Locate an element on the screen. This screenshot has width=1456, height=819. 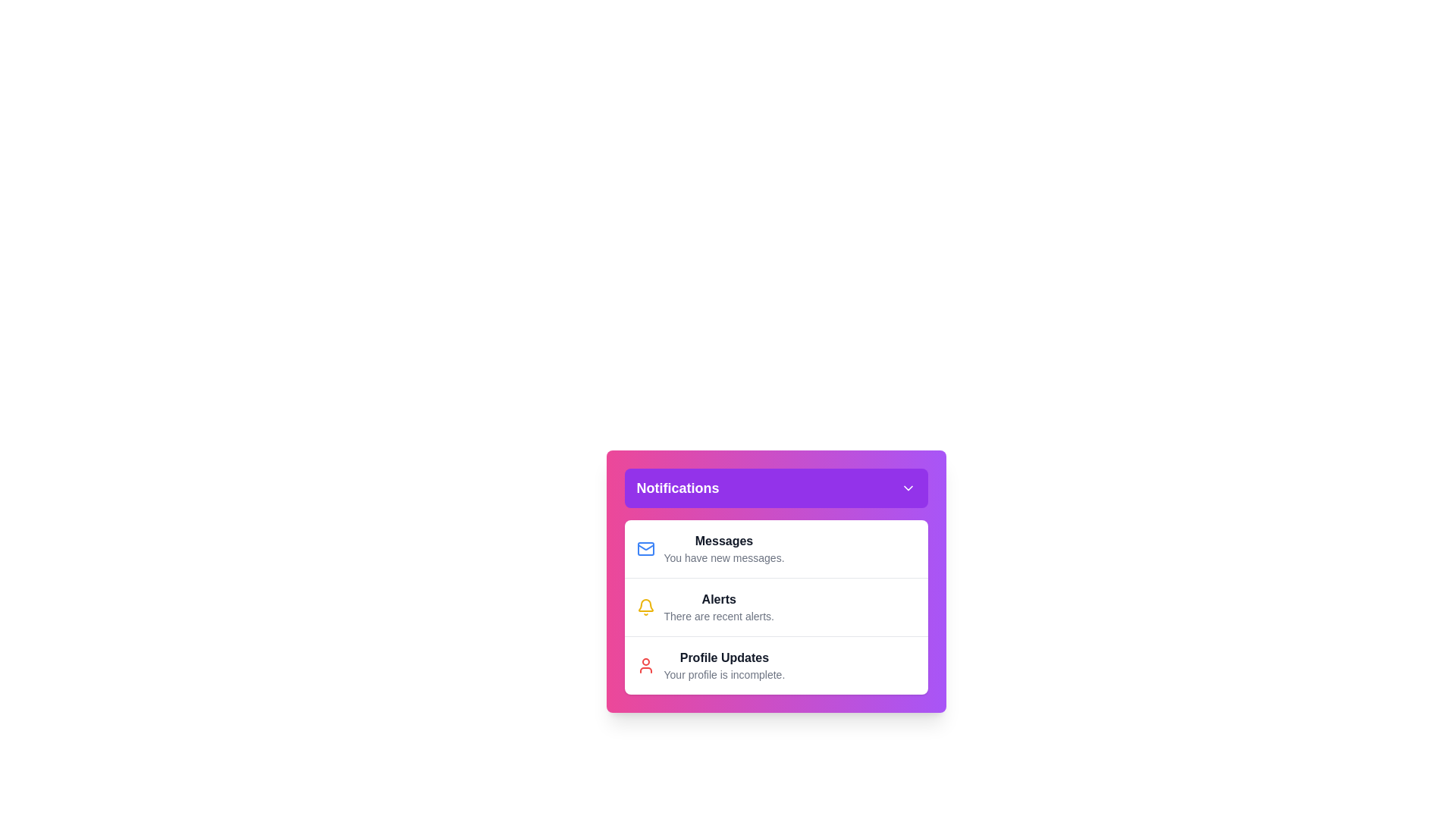
the first Button-like list item in the 'Notifications' dropdown panel is located at coordinates (776, 549).